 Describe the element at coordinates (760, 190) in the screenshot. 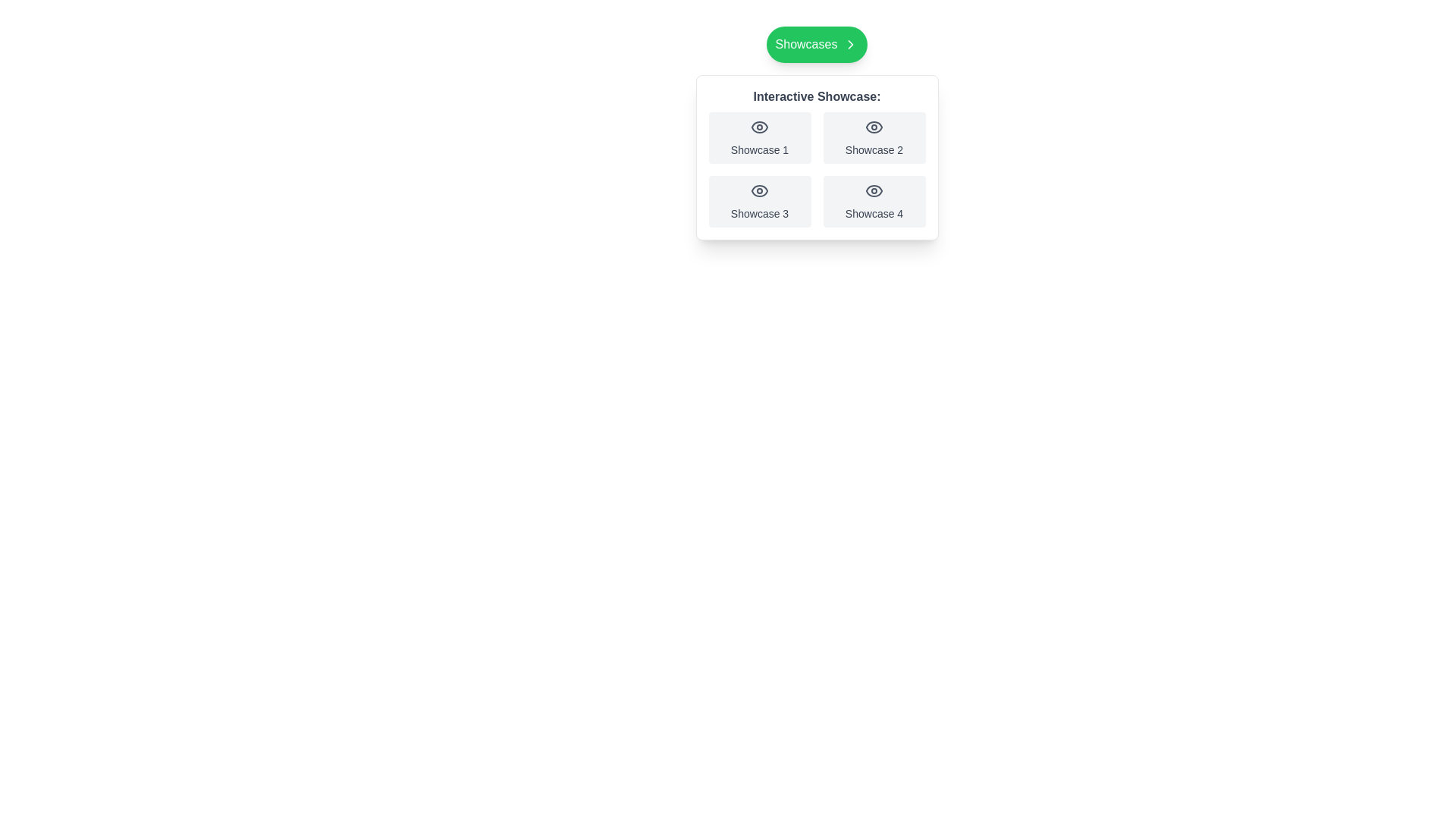

I see `the eye icon located in the bottom-left quadrant of the four-icon grid under 'Interactive Showcase'` at that location.